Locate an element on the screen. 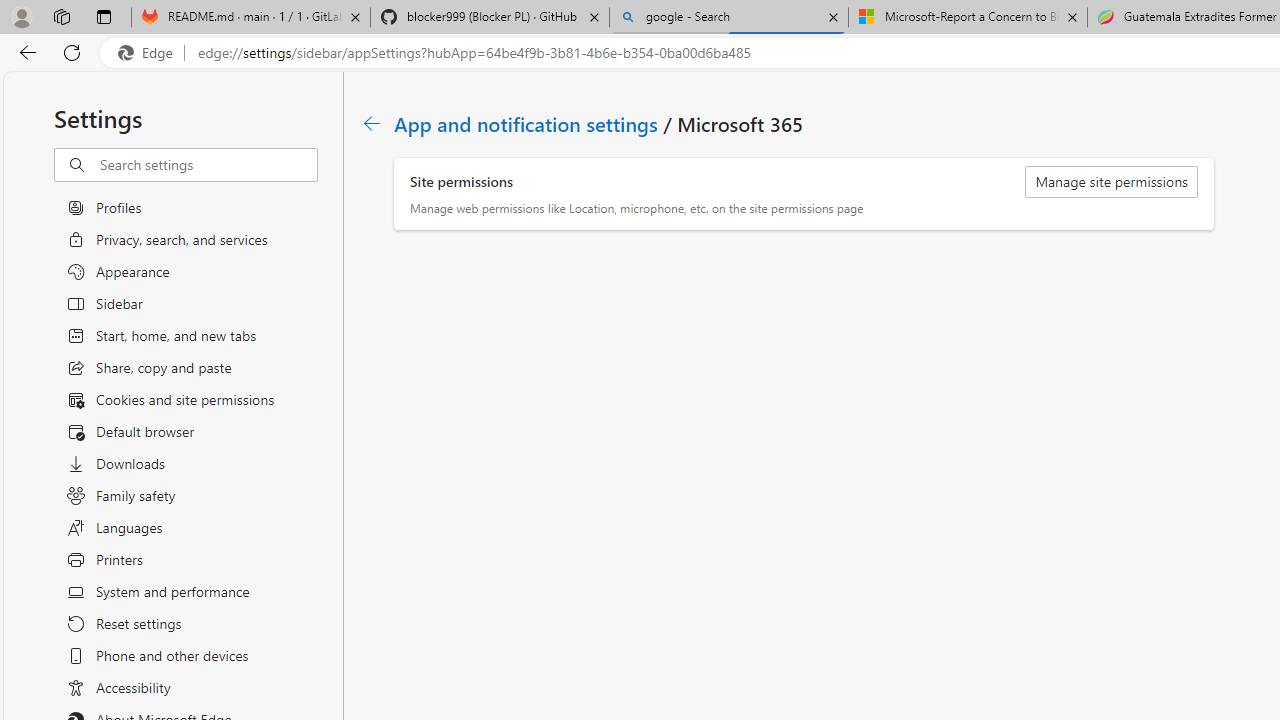 The image size is (1280, 720). 'Search settings' is located at coordinates (208, 164).